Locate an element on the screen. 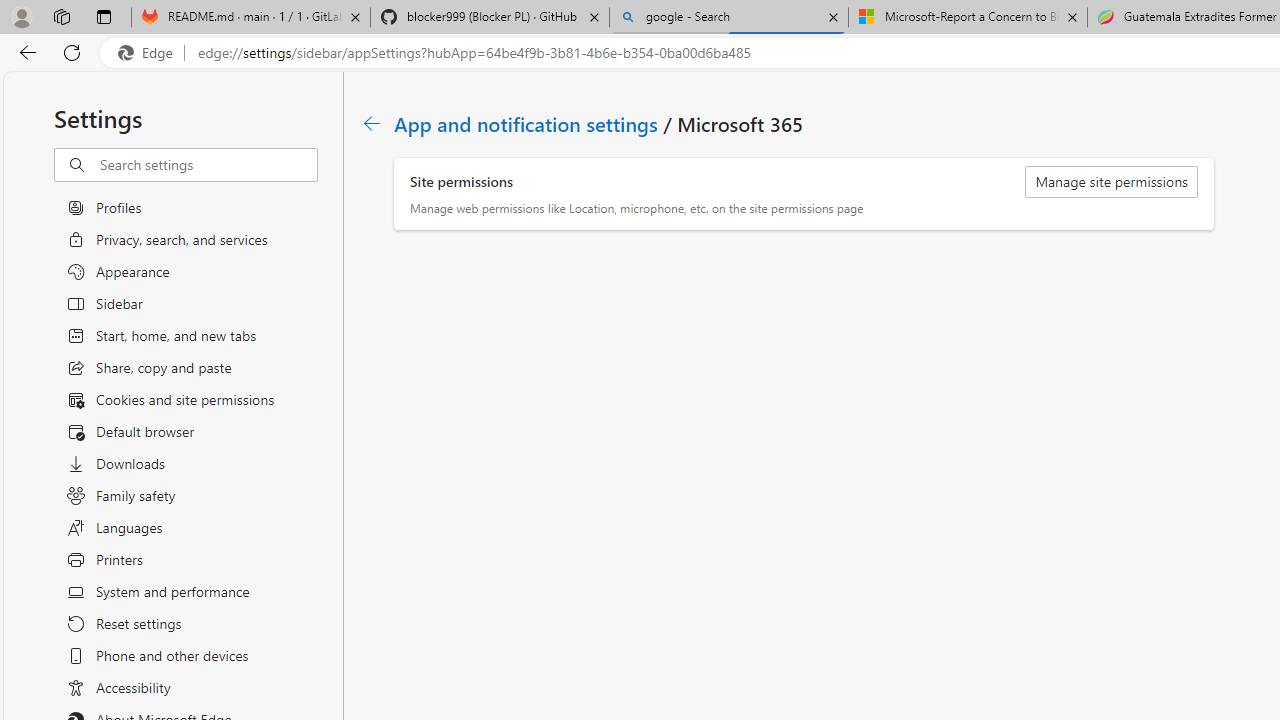 The image size is (1280, 720). 'Search settings' is located at coordinates (208, 164).